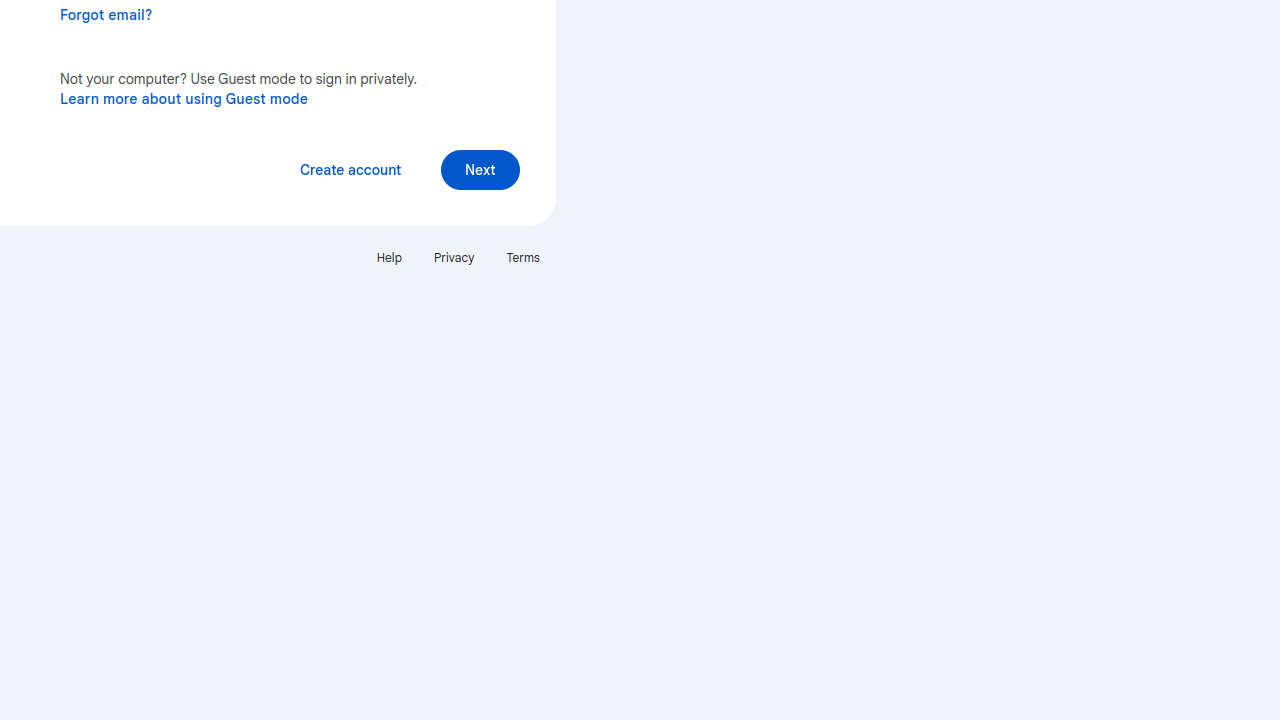 This screenshot has width=1280, height=720. What do you see at coordinates (523, 256) in the screenshot?
I see `'Terms'` at bounding box center [523, 256].